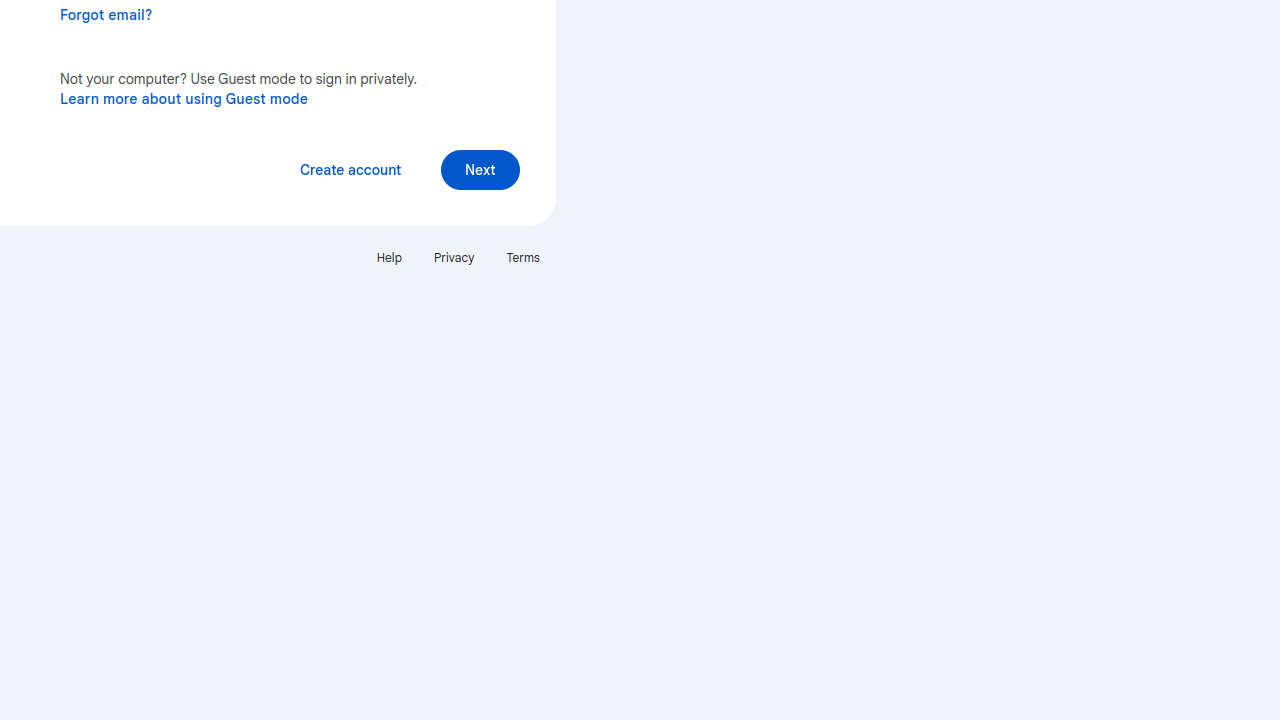 This screenshot has width=1280, height=720. What do you see at coordinates (523, 256) in the screenshot?
I see `'Terms'` at bounding box center [523, 256].